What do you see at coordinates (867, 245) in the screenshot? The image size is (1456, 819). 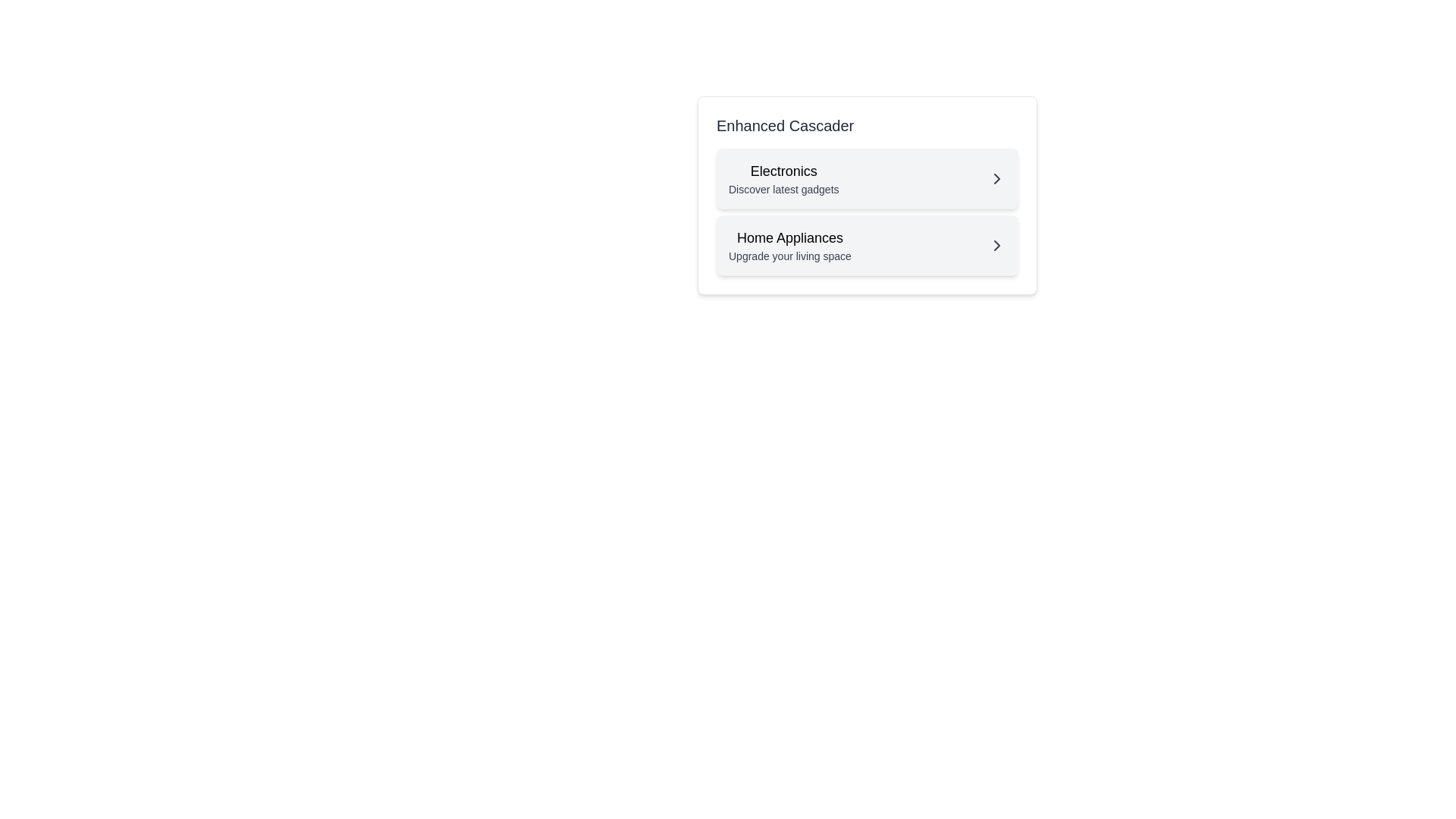 I see `the 'Home Appliances' menu item located centrally below the 'Electronics' block in the 'Enhanced Cascader' section` at bounding box center [867, 245].